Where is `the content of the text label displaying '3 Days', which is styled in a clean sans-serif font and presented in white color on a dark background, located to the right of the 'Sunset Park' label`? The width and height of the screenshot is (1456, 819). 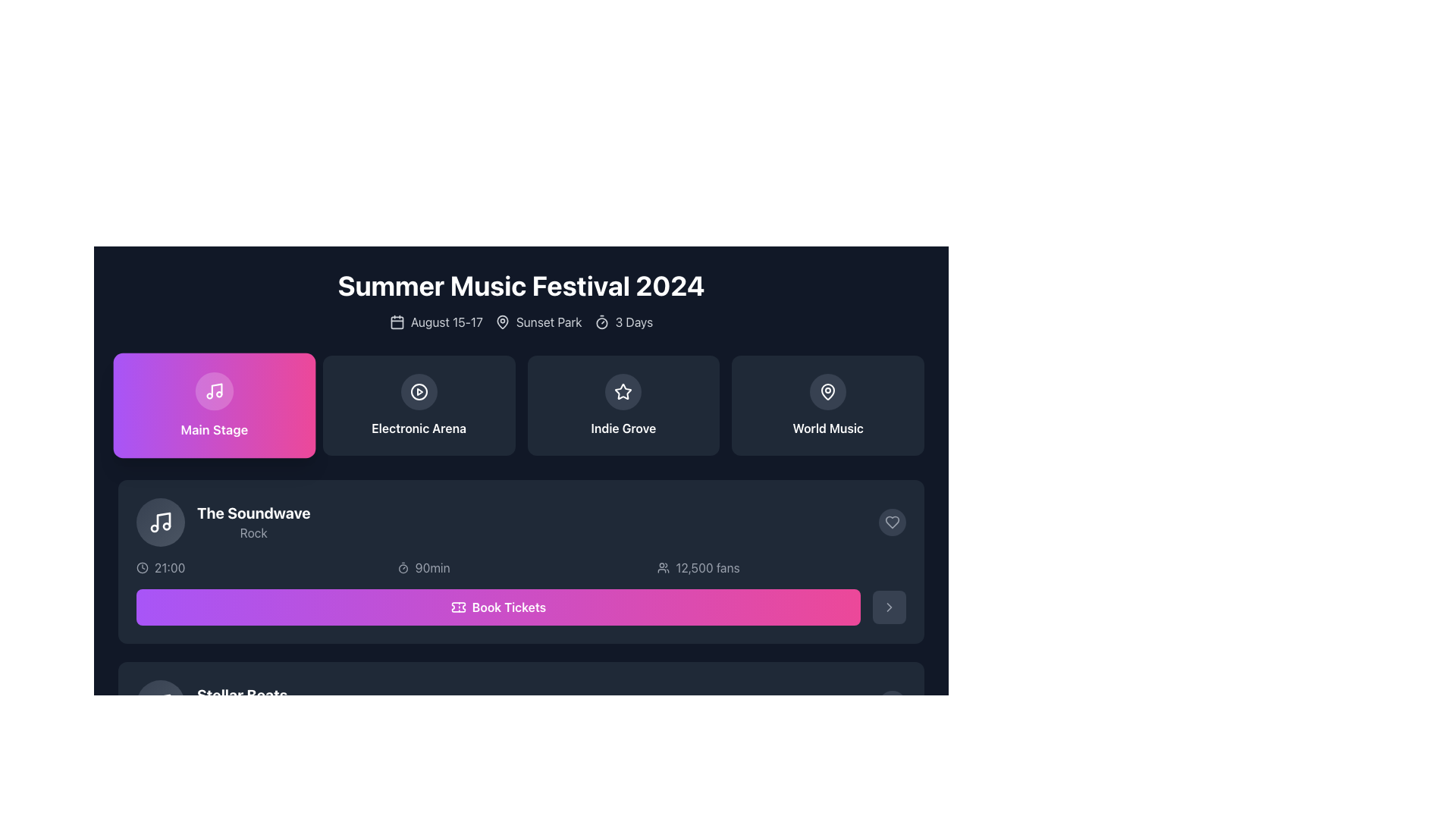
the content of the text label displaying '3 Days', which is styled in a clean sans-serif font and presented in white color on a dark background, located to the right of the 'Sunset Park' label is located at coordinates (634, 321).